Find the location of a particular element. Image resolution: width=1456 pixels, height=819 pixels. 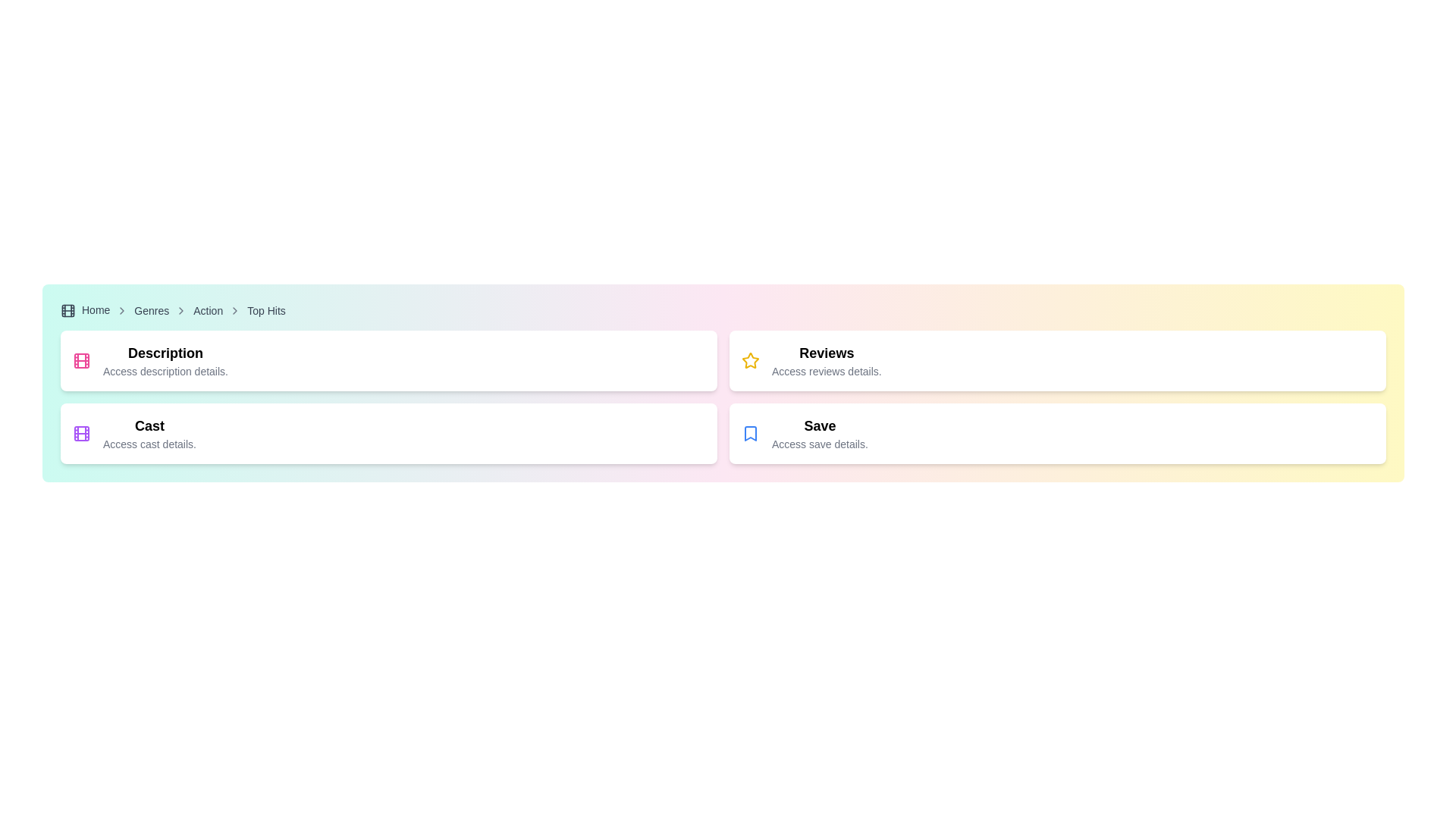

the film reel-shaped icon with a pink hue located in the leftmost 'Description' card, to the left of the label text is located at coordinates (81, 360).